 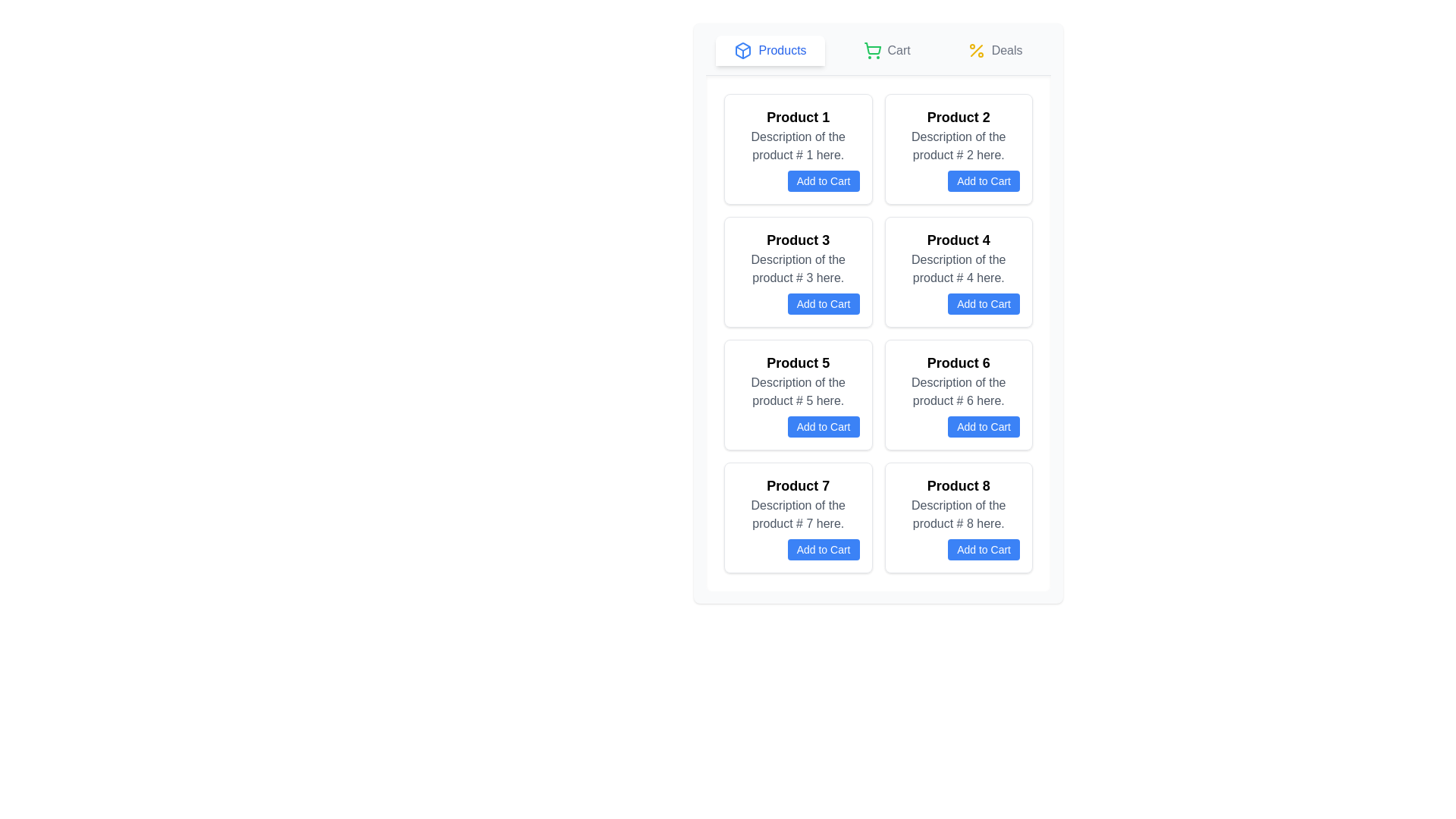 I want to click on the button that adds Product 7 to the shopping cart using keyboard navigation, so click(x=823, y=550).